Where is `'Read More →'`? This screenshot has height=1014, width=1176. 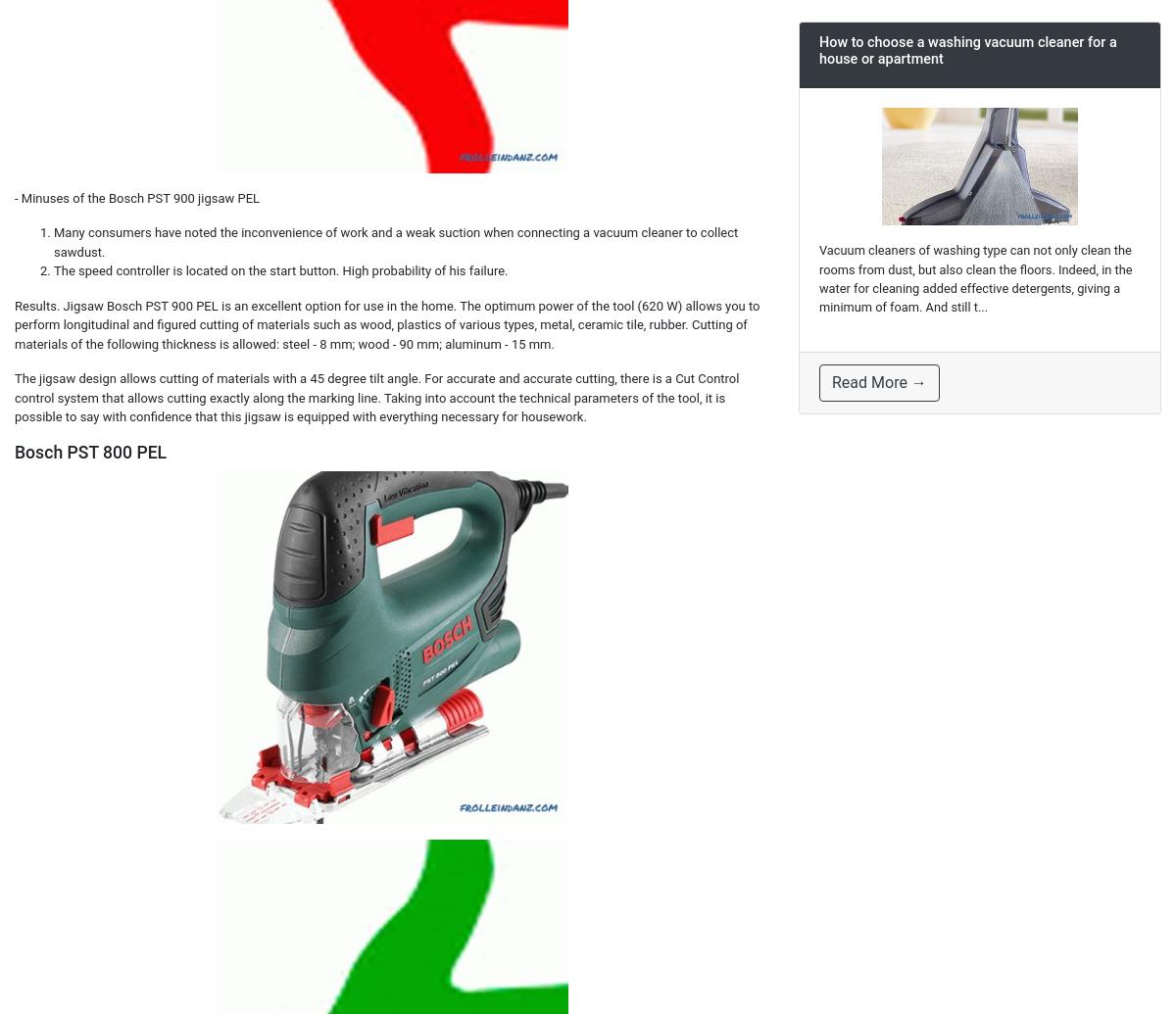
'Read More →' is located at coordinates (831, 382).